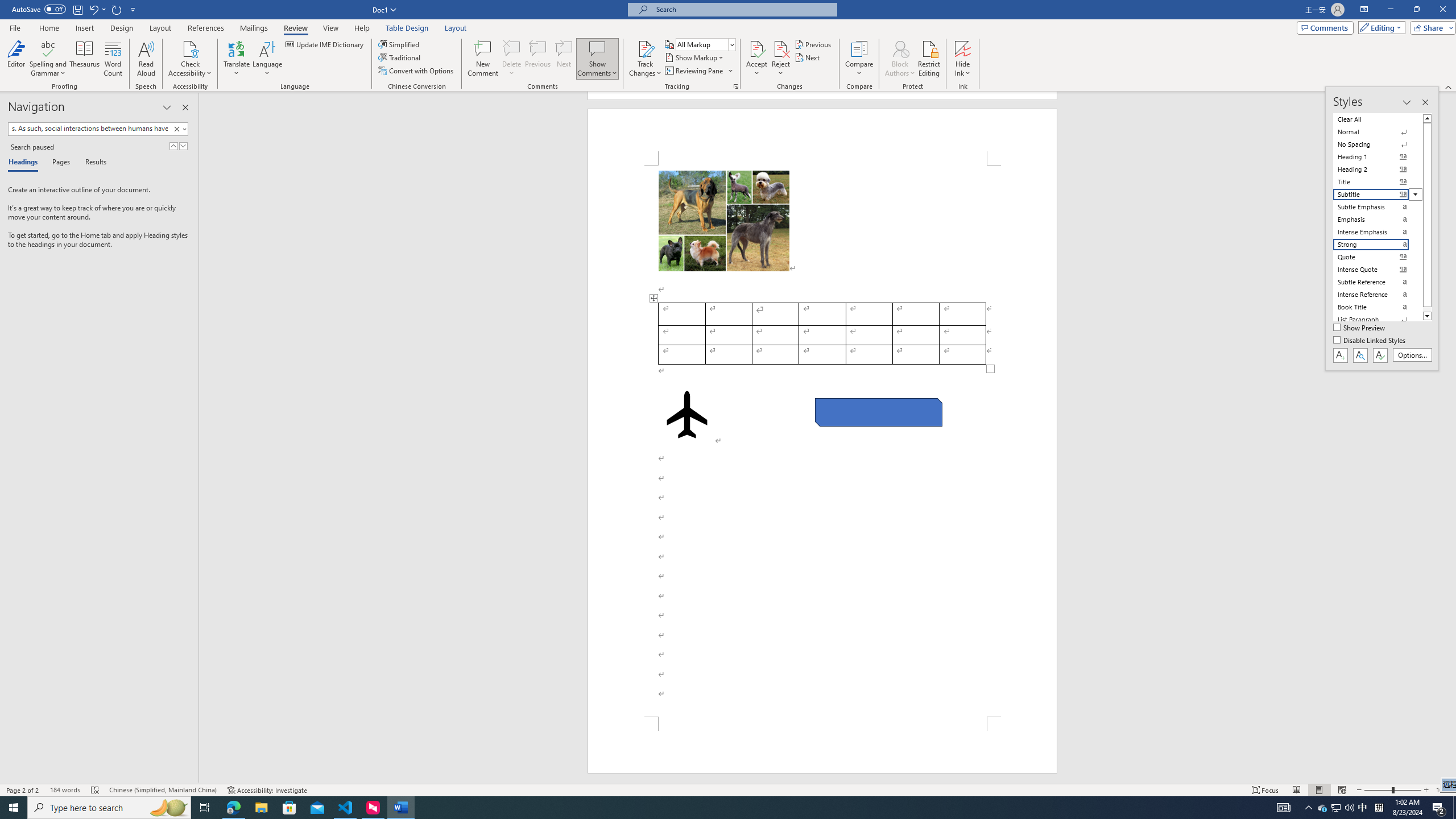  I want to click on 'Hide Ink', so click(962, 59).